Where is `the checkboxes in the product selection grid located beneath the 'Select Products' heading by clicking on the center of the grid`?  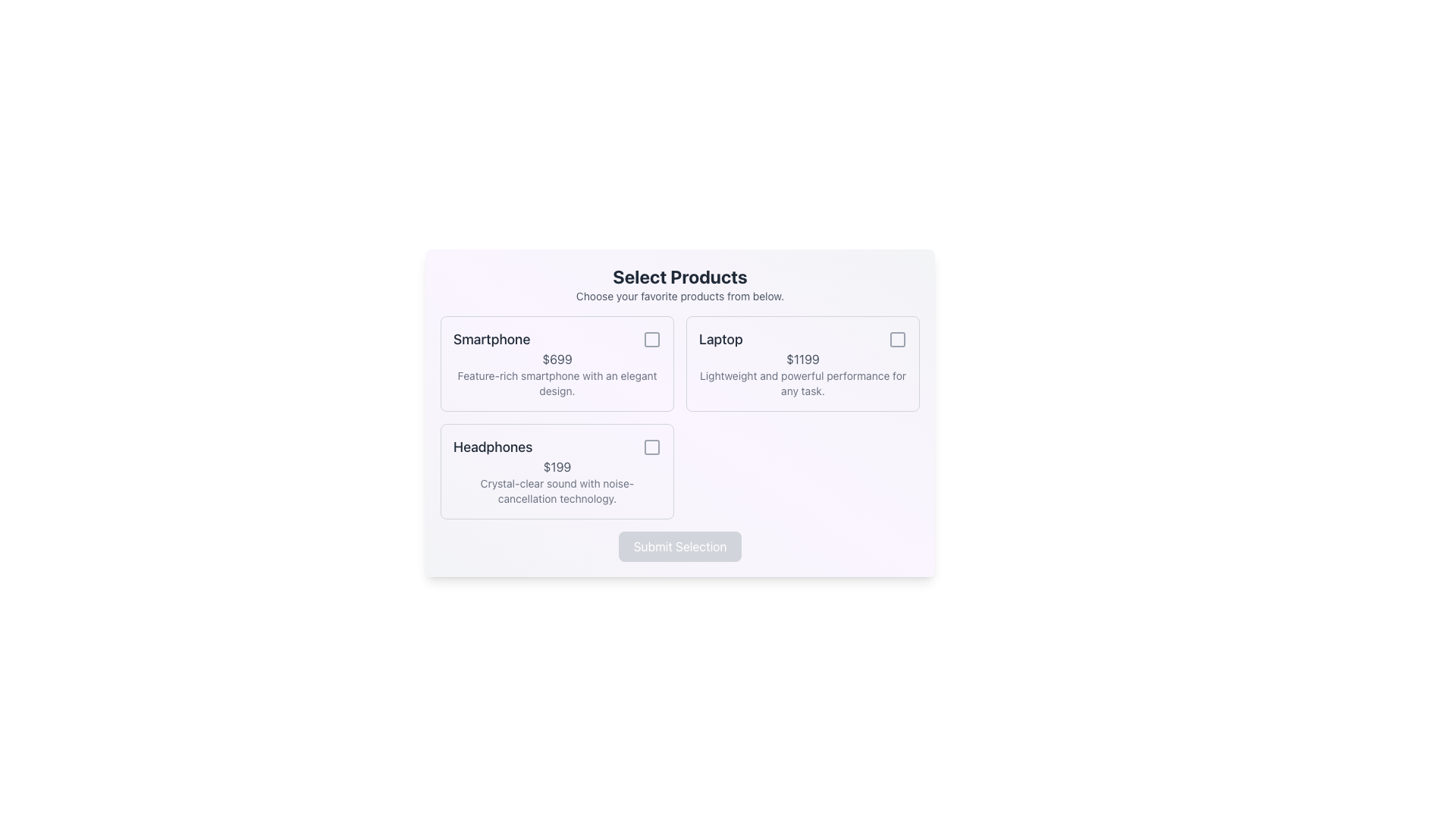 the checkboxes in the product selection grid located beneath the 'Select Products' heading by clicking on the center of the grid is located at coordinates (679, 418).